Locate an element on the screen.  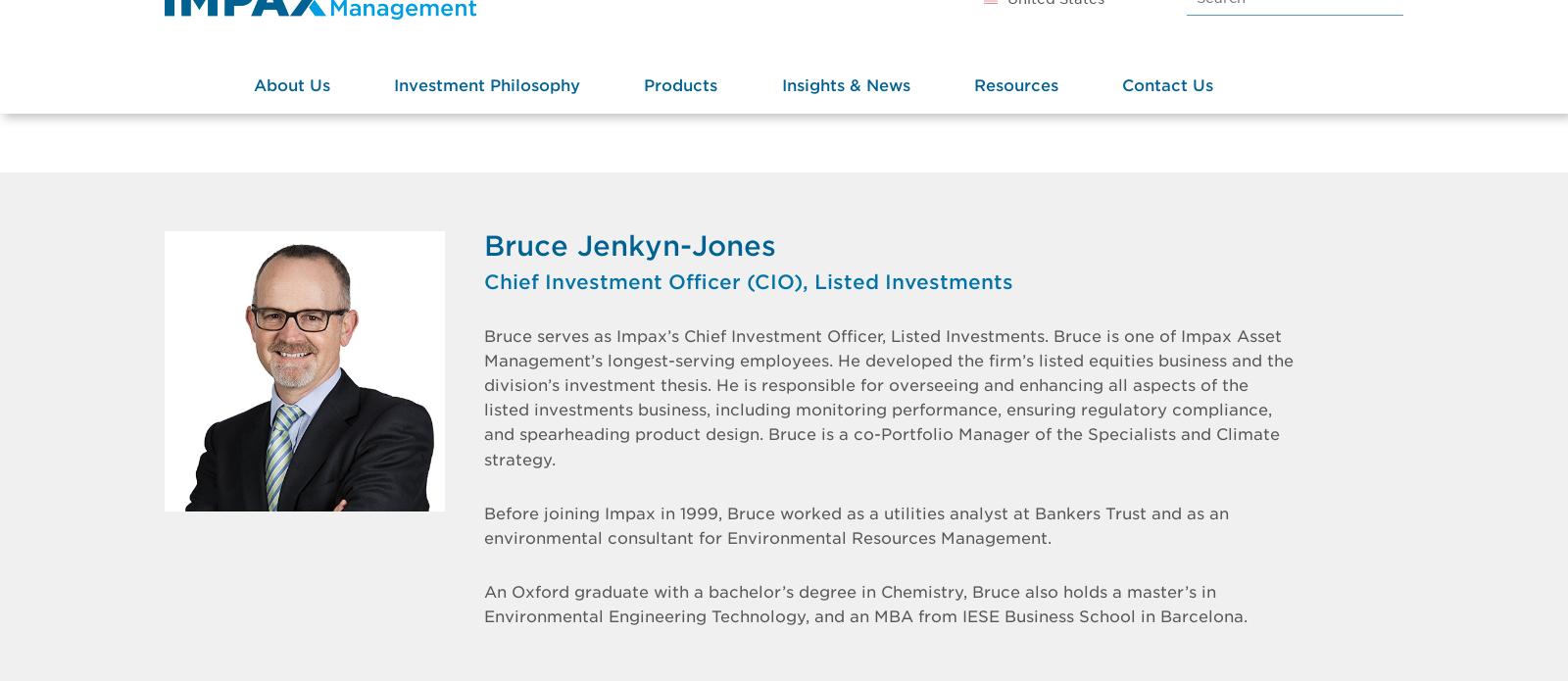
'Products' is located at coordinates (680, 143).